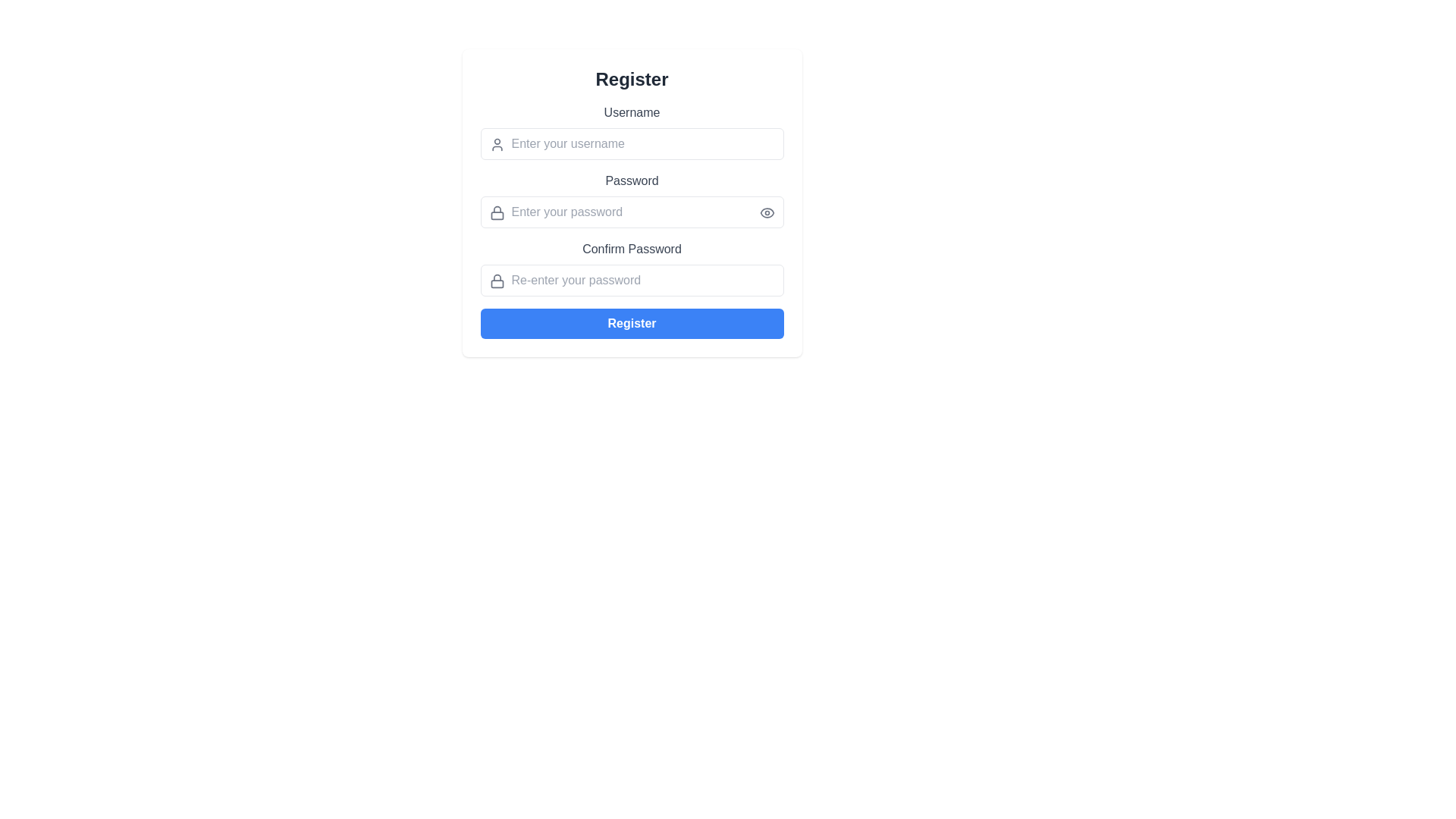  I want to click on the rectangular SVG shape representing the lock body, which is styled in gray, so click(497, 284).